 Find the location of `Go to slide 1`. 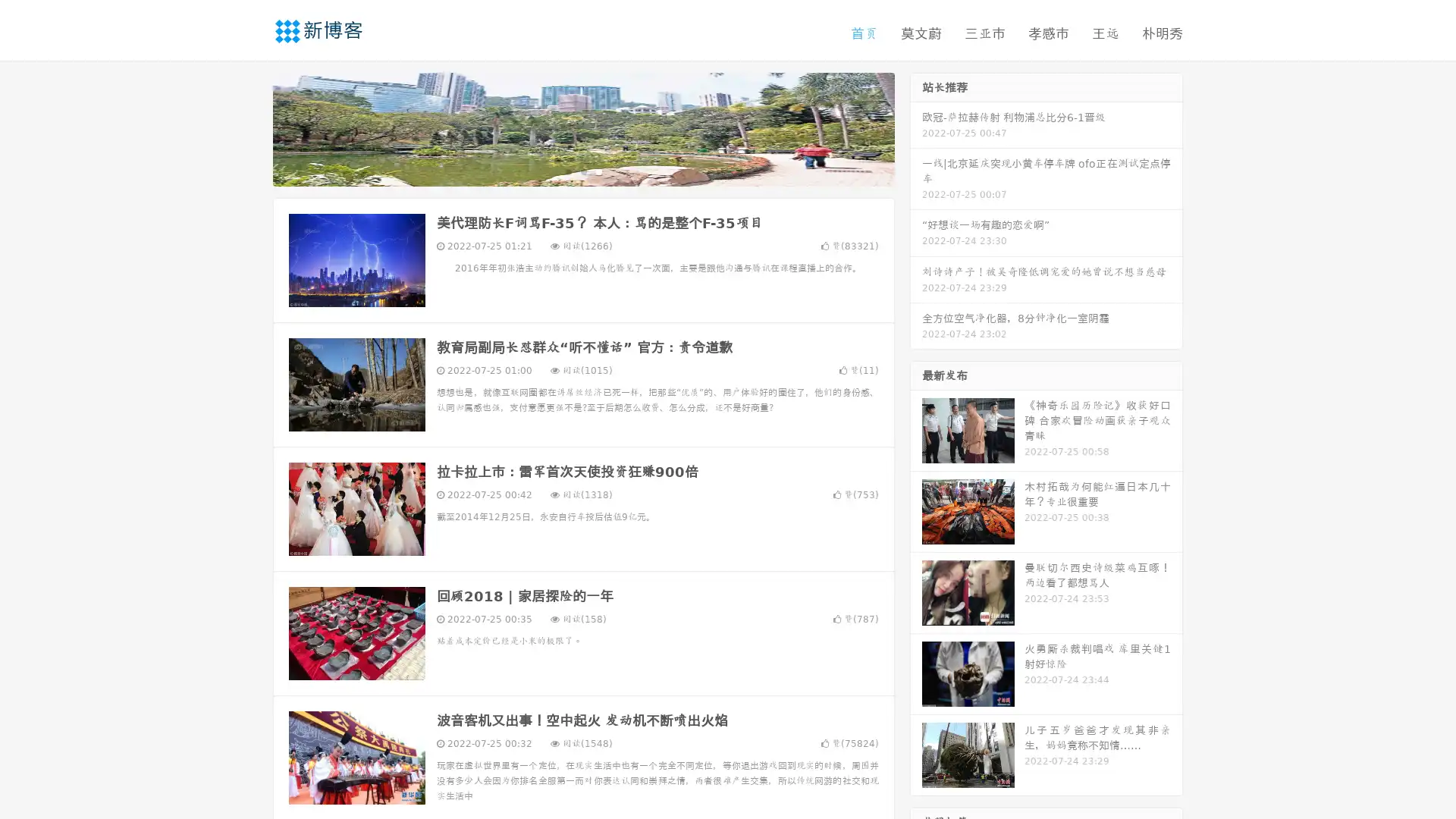

Go to slide 1 is located at coordinates (567, 171).